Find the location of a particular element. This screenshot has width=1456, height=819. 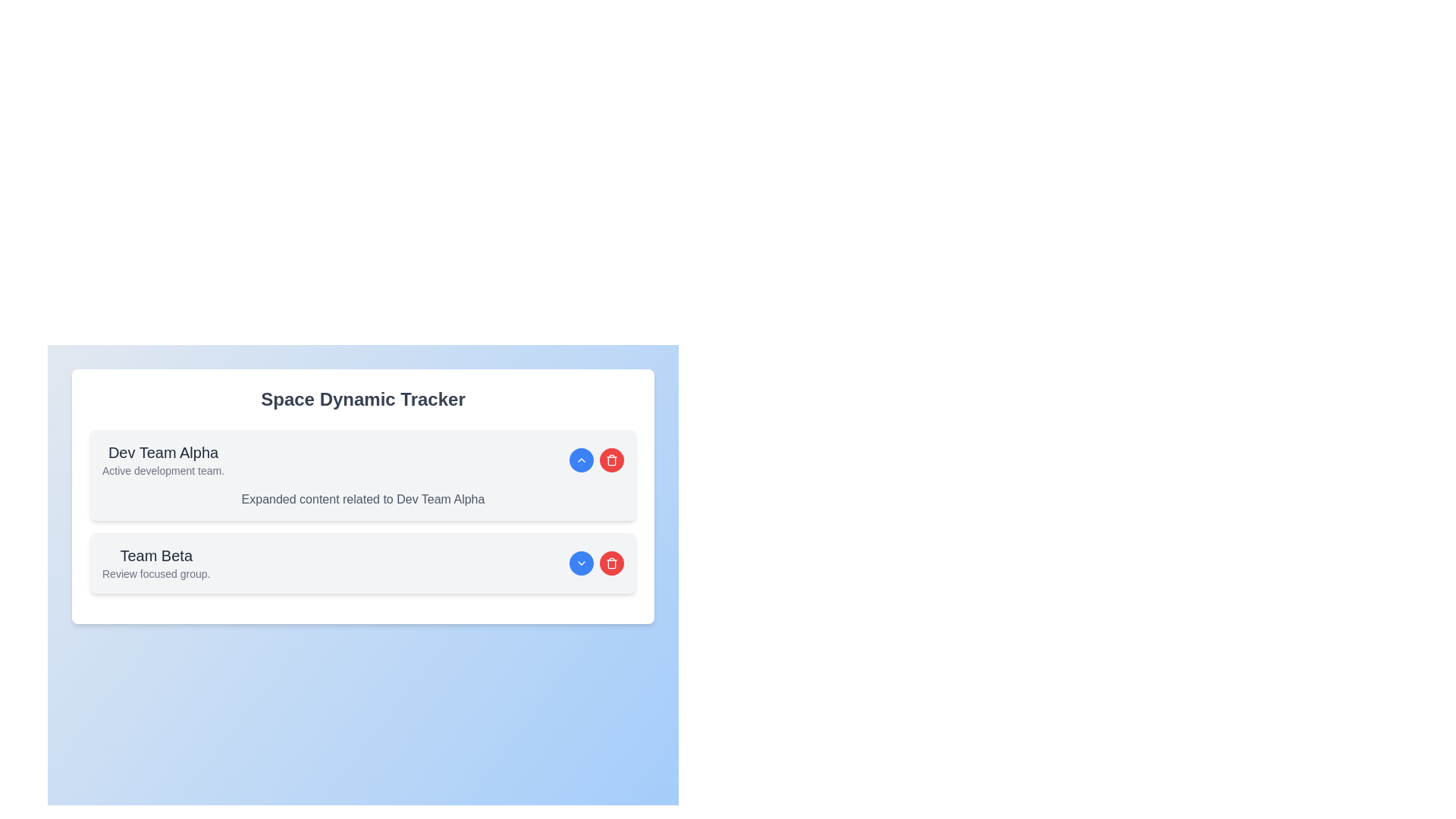

the leftmost button in the group of two buttons at the far right of the 'Dev Team Alpha' section is located at coordinates (581, 459).